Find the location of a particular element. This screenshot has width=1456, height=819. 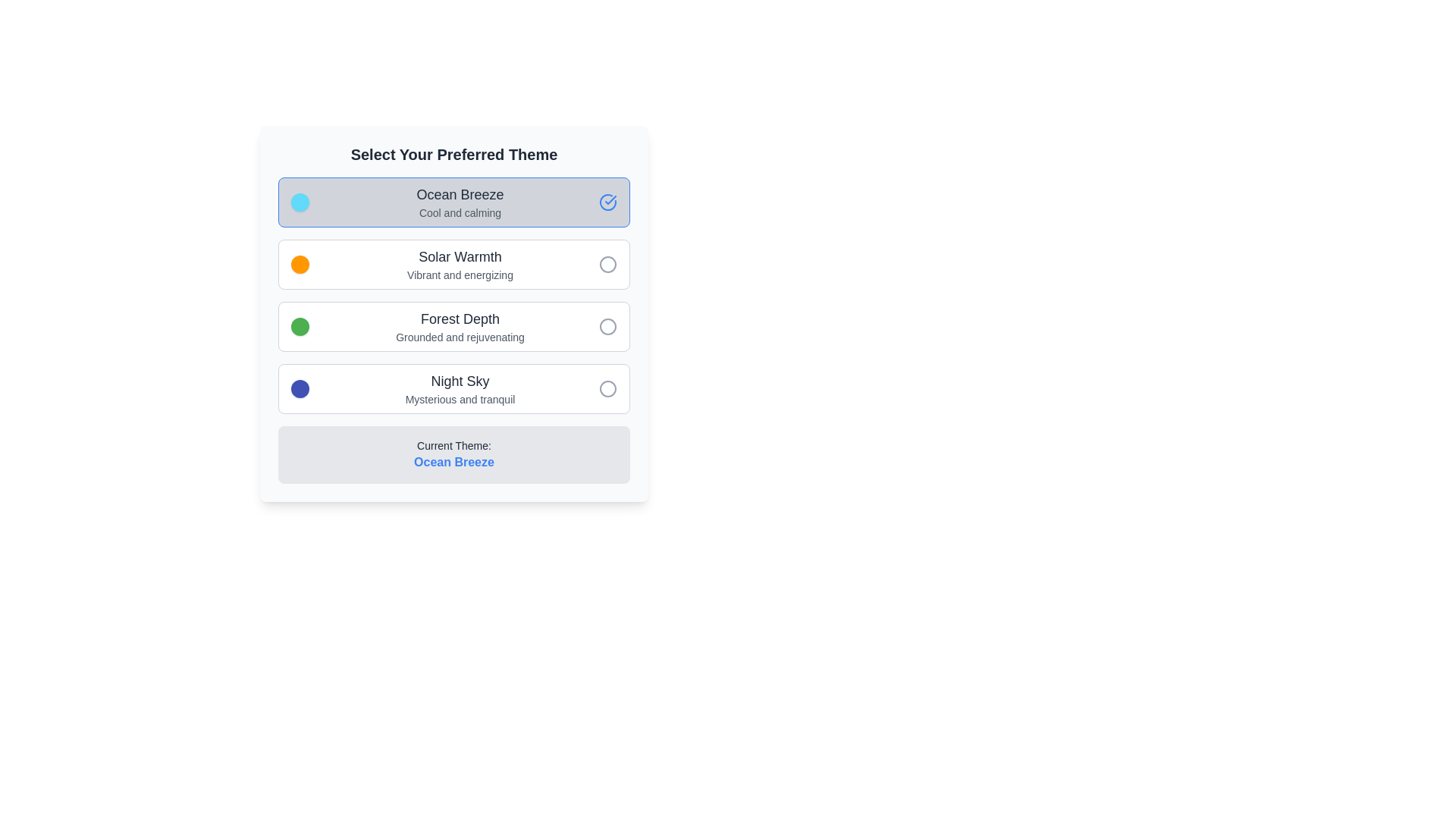

the theme button in the center of the selection menu is located at coordinates (453, 312).